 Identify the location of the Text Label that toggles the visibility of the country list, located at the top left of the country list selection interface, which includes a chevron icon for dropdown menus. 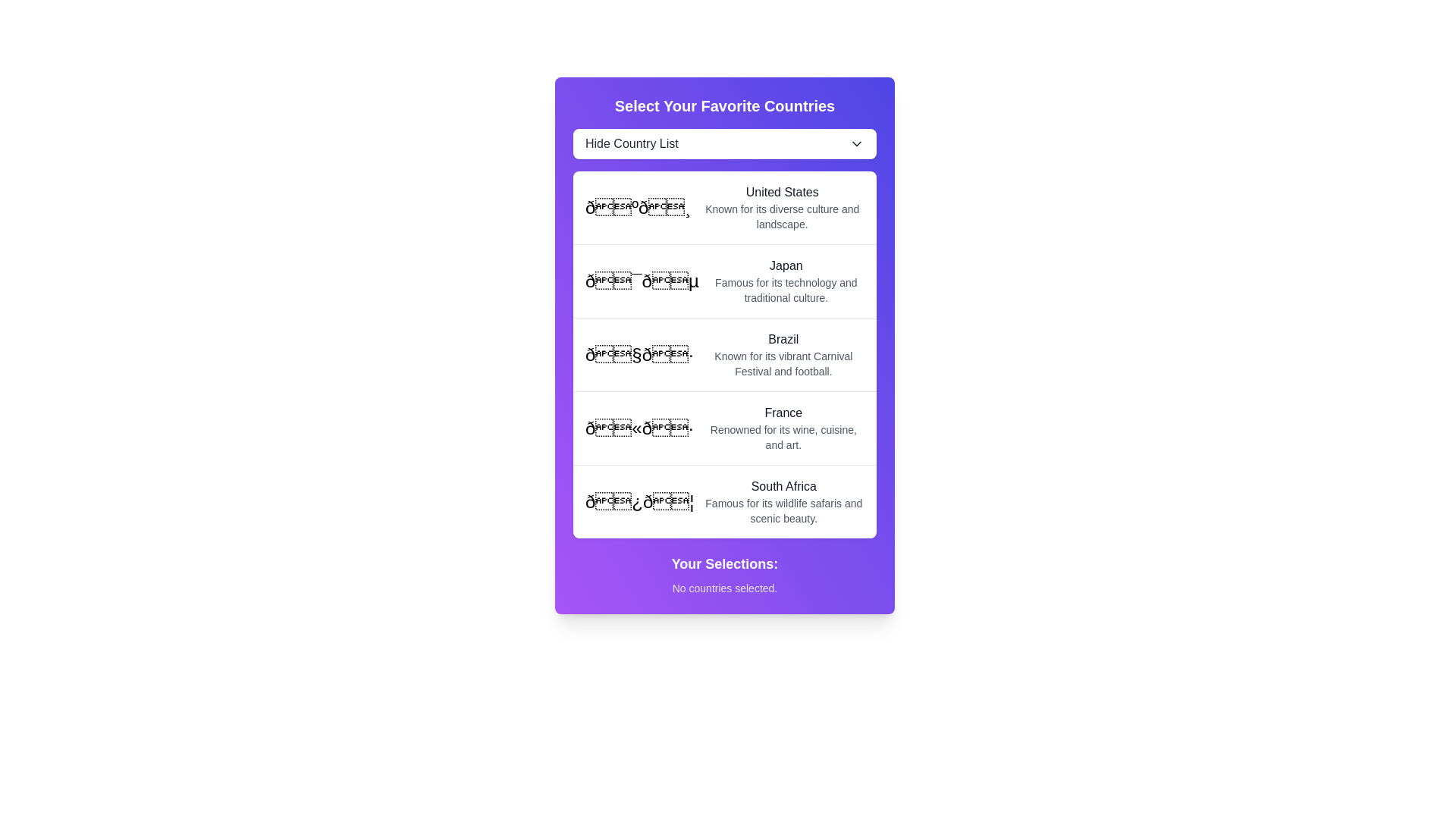
(632, 143).